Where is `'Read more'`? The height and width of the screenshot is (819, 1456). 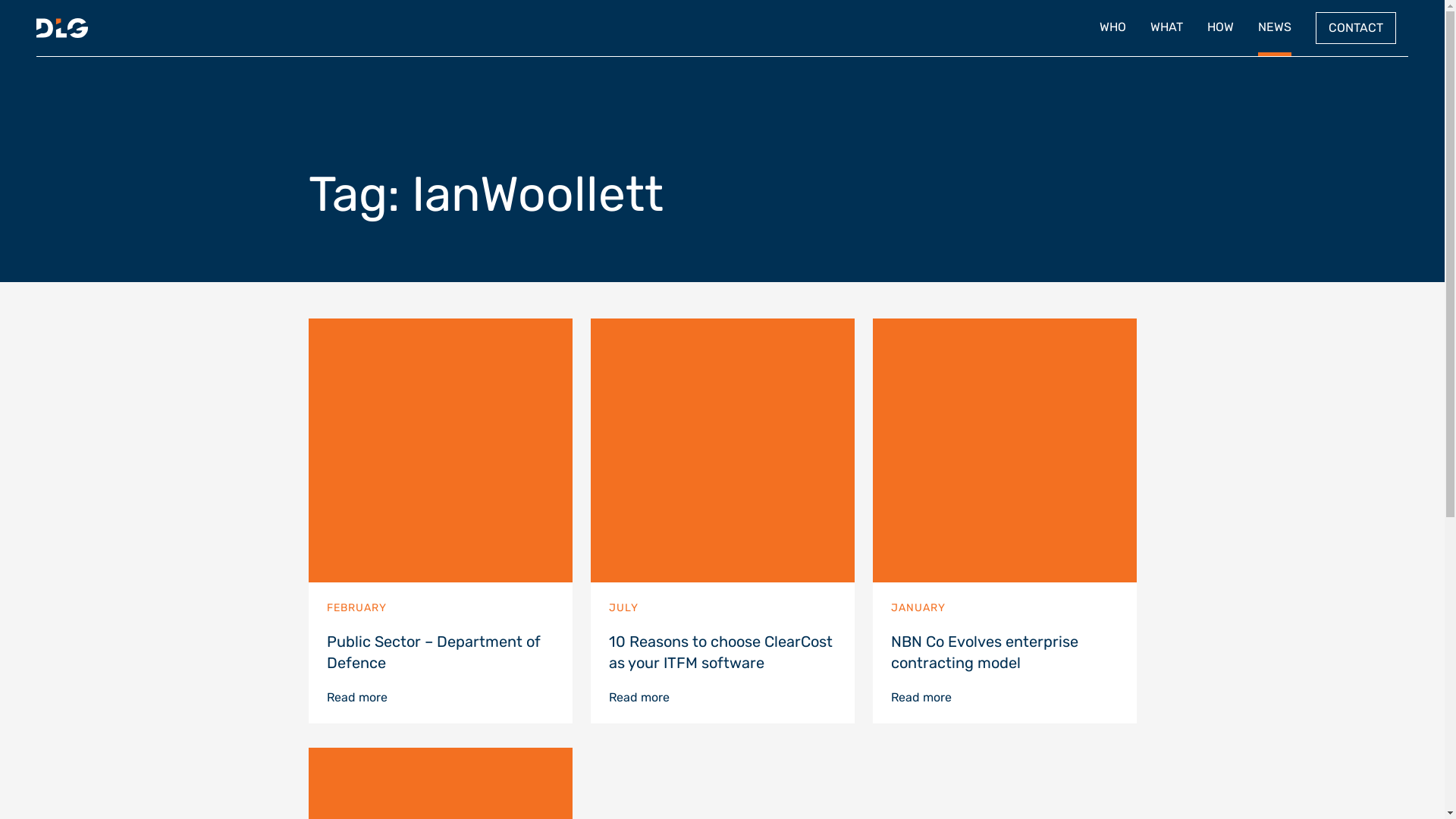 'Read more' is located at coordinates (356, 697).